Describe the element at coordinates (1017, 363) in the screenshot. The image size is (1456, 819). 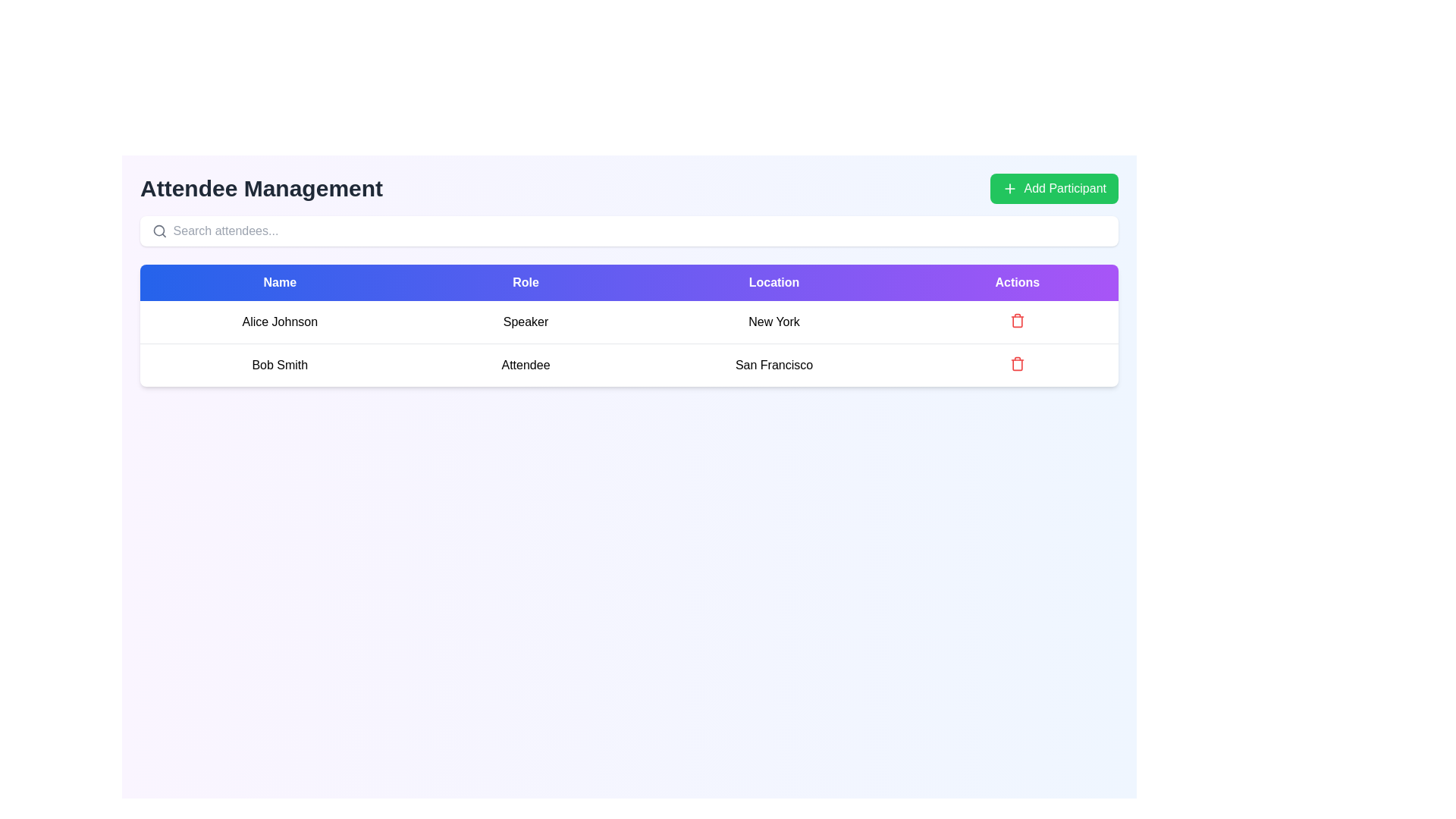
I see `the delete button associated with the 'Bob Smith' attendee entry` at that location.